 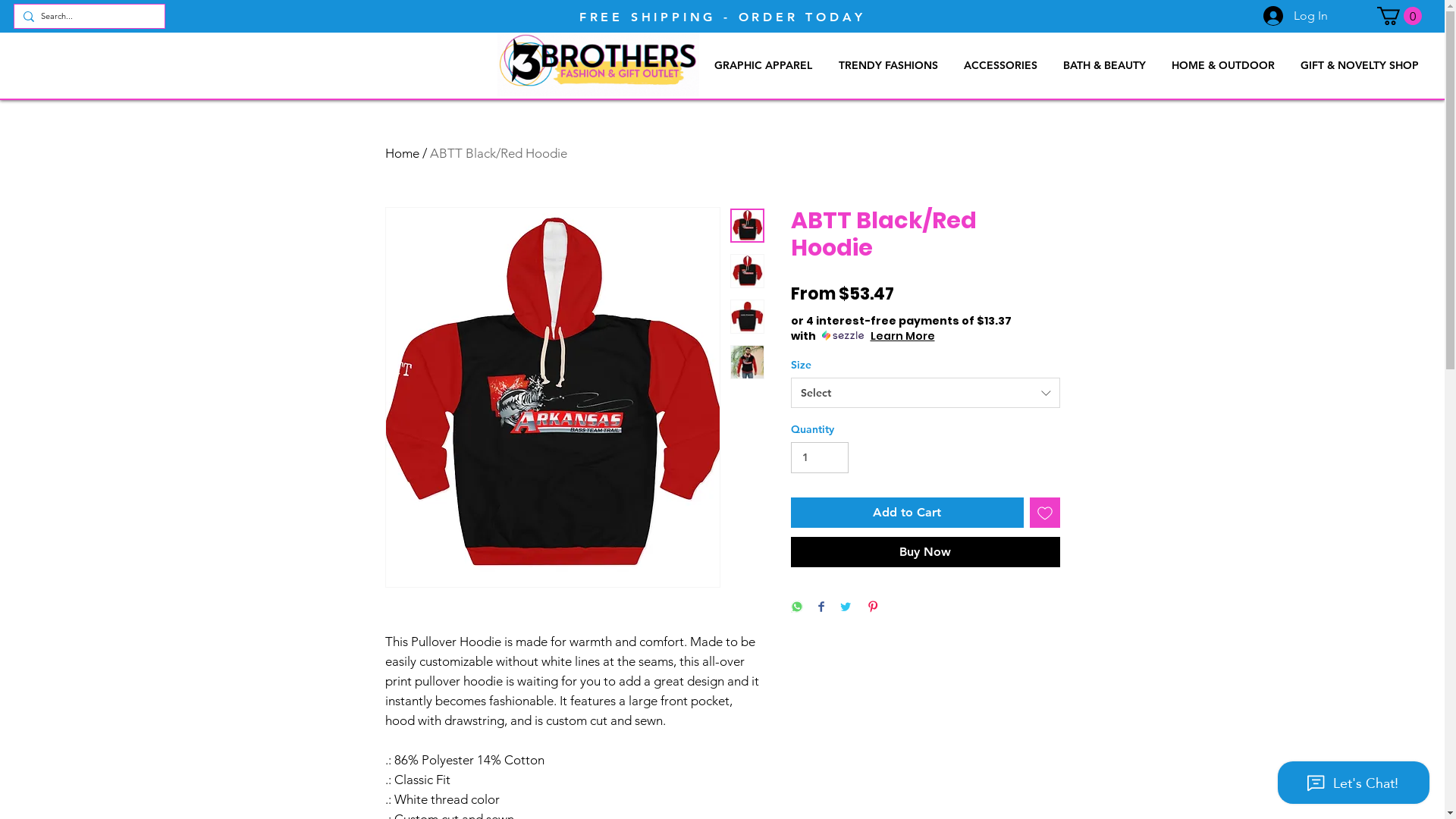 What do you see at coordinates (1222, 64) in the screenshot?
I see `'HOME & OUTDOOR'` at bounding box center [1222, 64].